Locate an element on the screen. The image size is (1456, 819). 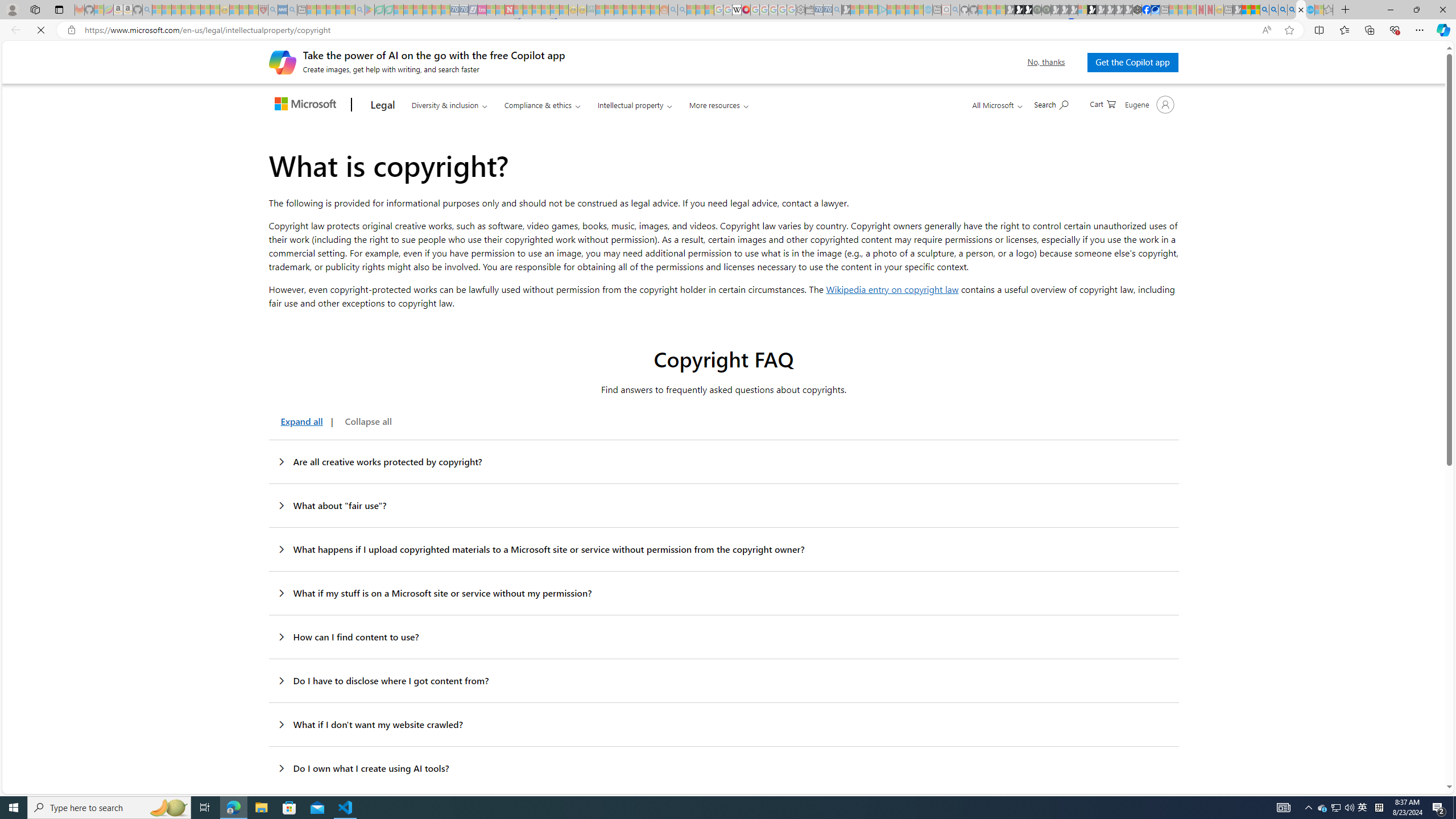
'Are all creative works protected by copyright?' is located at coordinates (723, 461).